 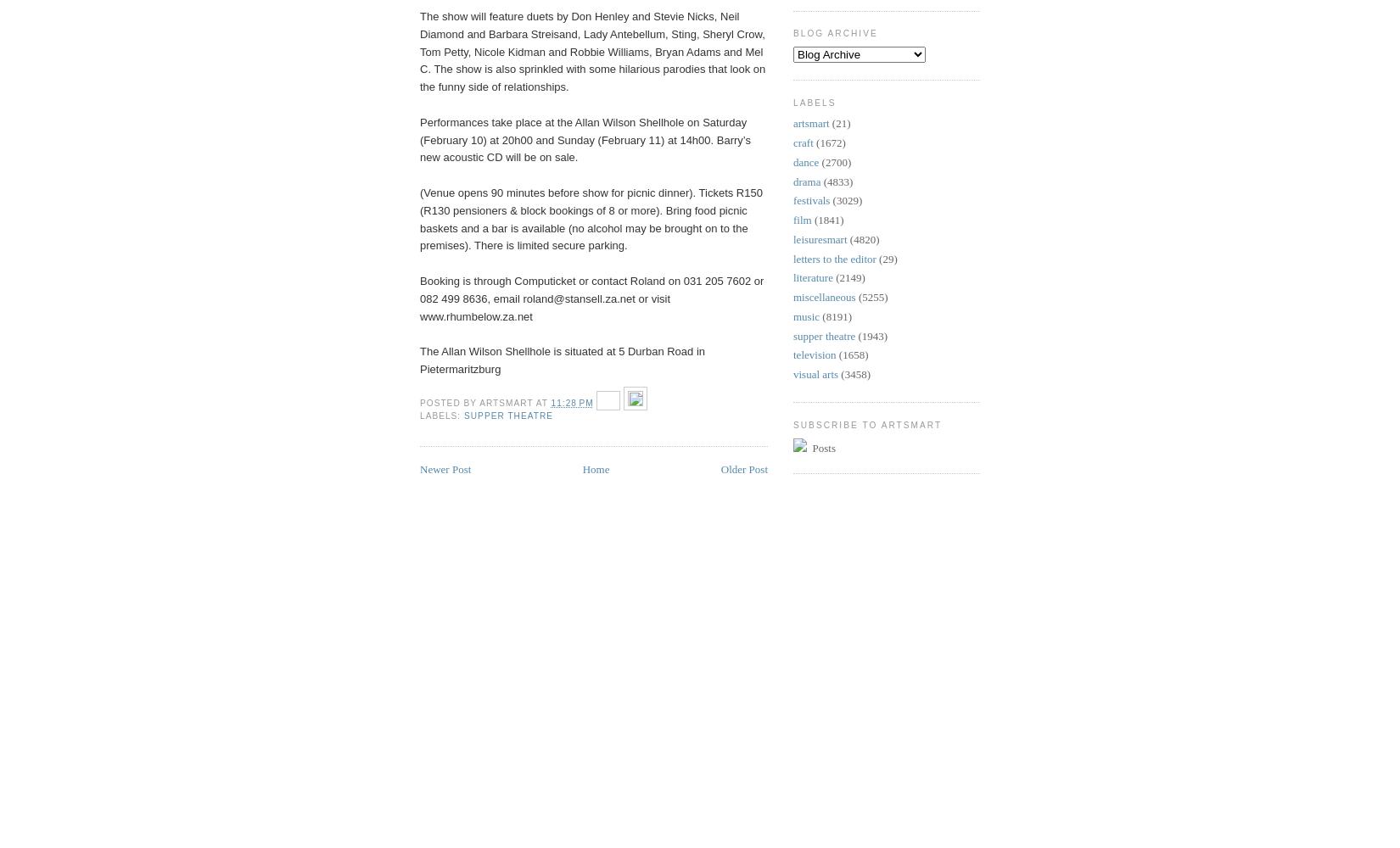 What do you see at coordinates (561, 360) in the screenshot?
I see `'The Allan Wilson Shellhole is situated at 5
Durban Road in Pietermaritzburg'` at bounding box center [561, 360].